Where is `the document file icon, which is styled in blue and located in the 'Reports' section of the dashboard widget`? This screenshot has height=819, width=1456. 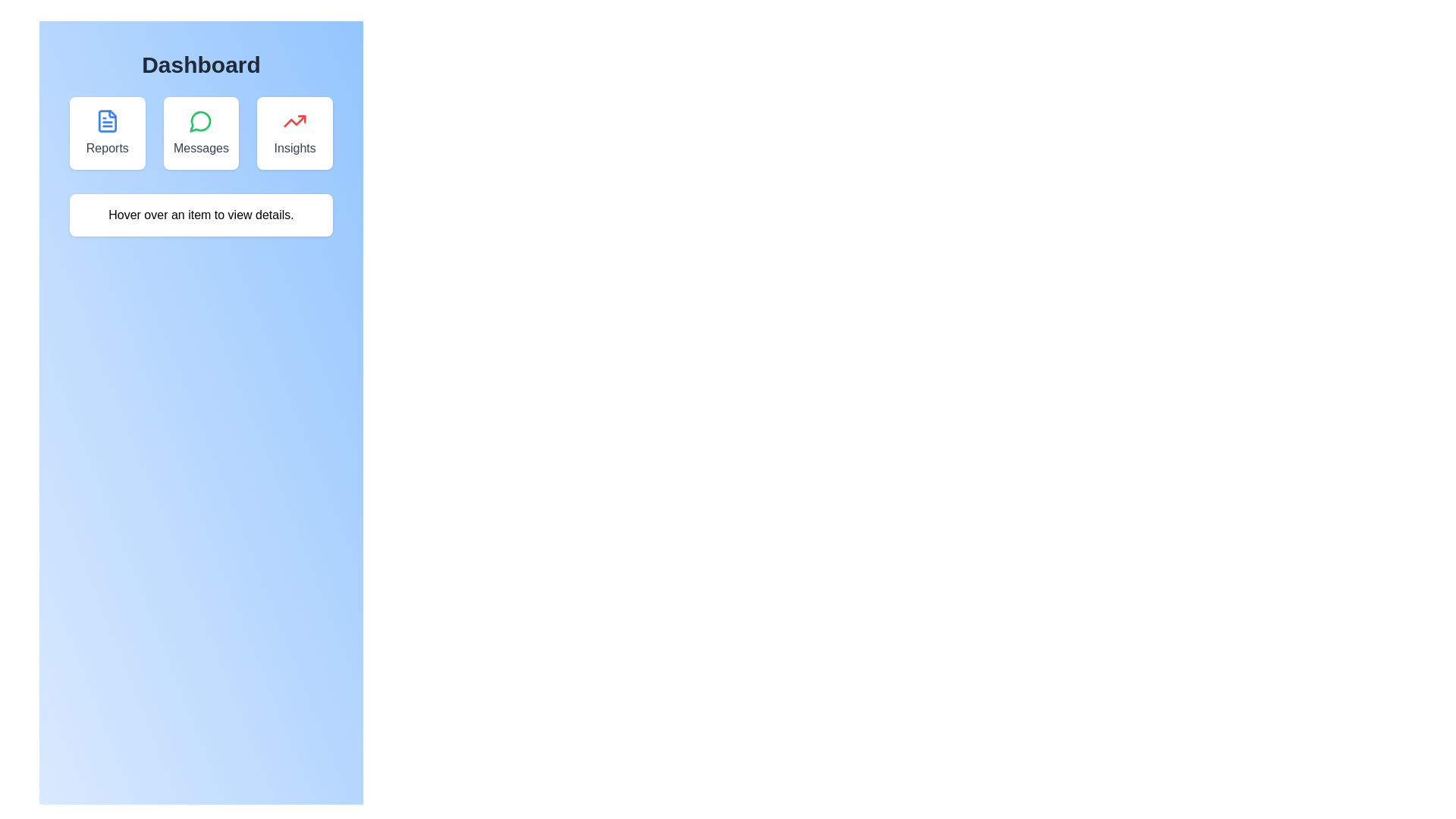 the document file icon, which is styled in blue and located in the 'Reports' section of the dashboard widget is located at coordinates (106, 120).